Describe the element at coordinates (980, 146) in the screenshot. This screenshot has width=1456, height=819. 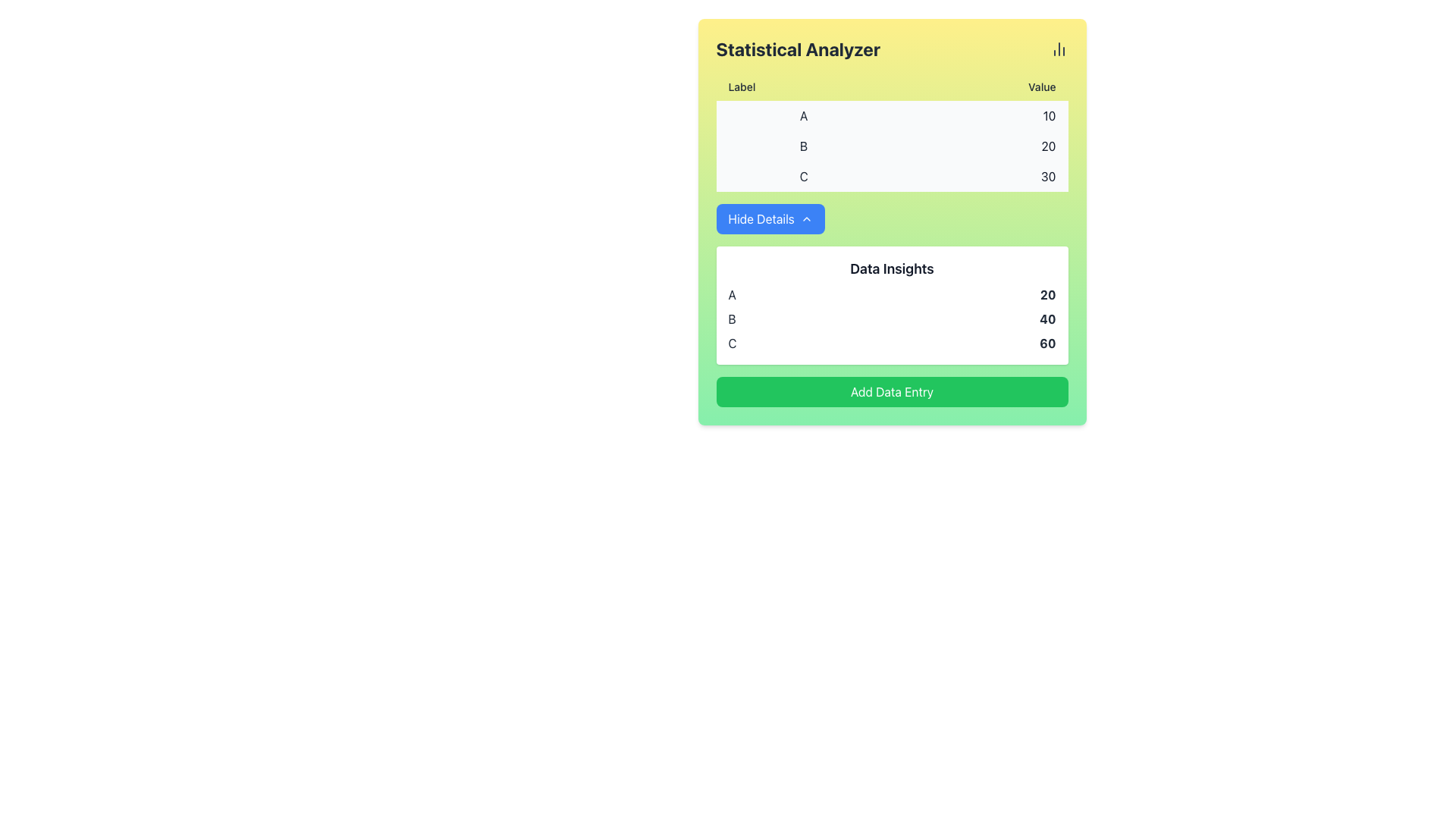
I see `numerical value '20' displayed in the second row under the 'Value' column of the table, which is right-aligned on a pale yellow background` at that location.